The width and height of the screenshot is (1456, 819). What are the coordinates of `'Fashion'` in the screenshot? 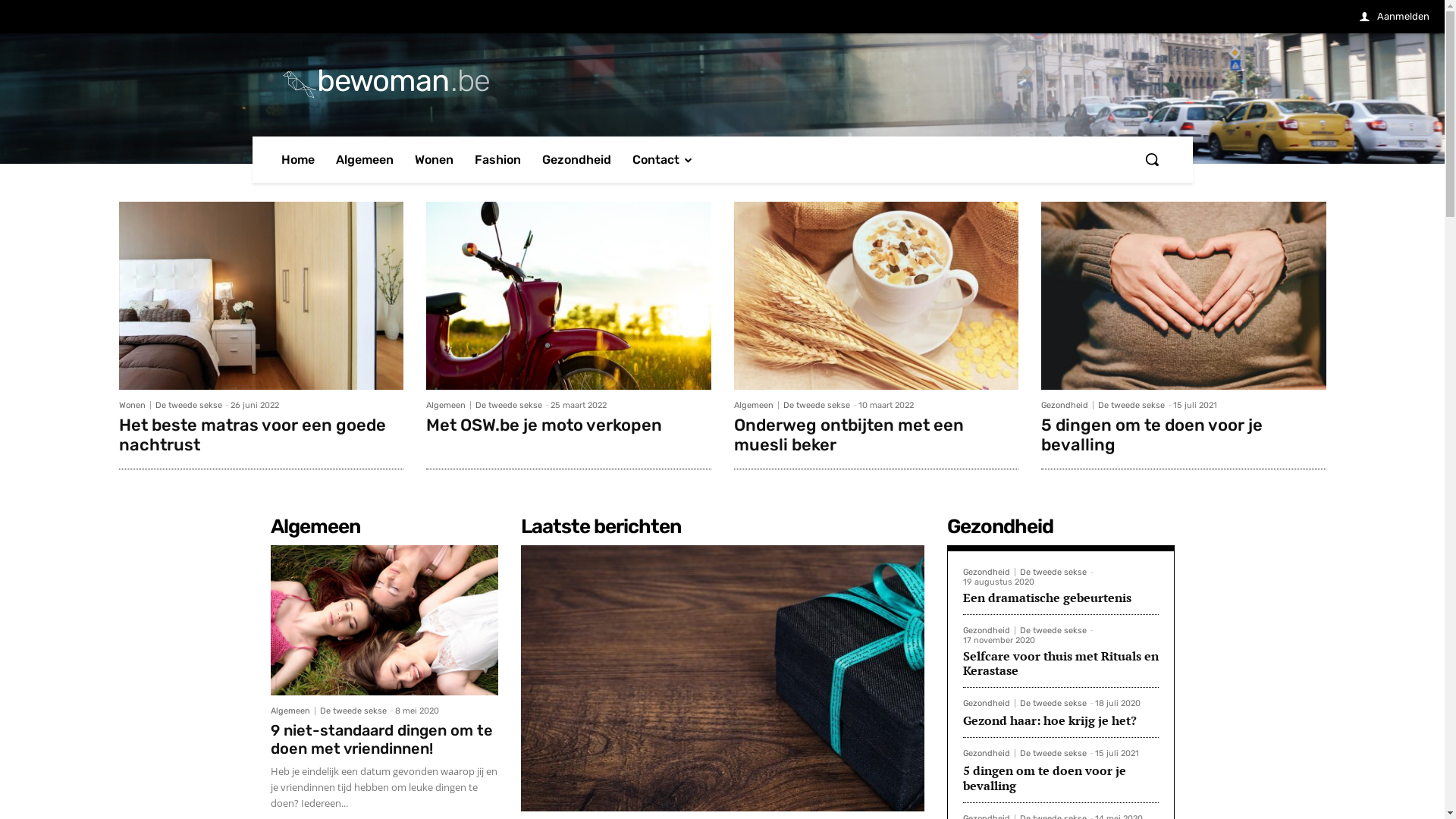 It's located at (497, 159).